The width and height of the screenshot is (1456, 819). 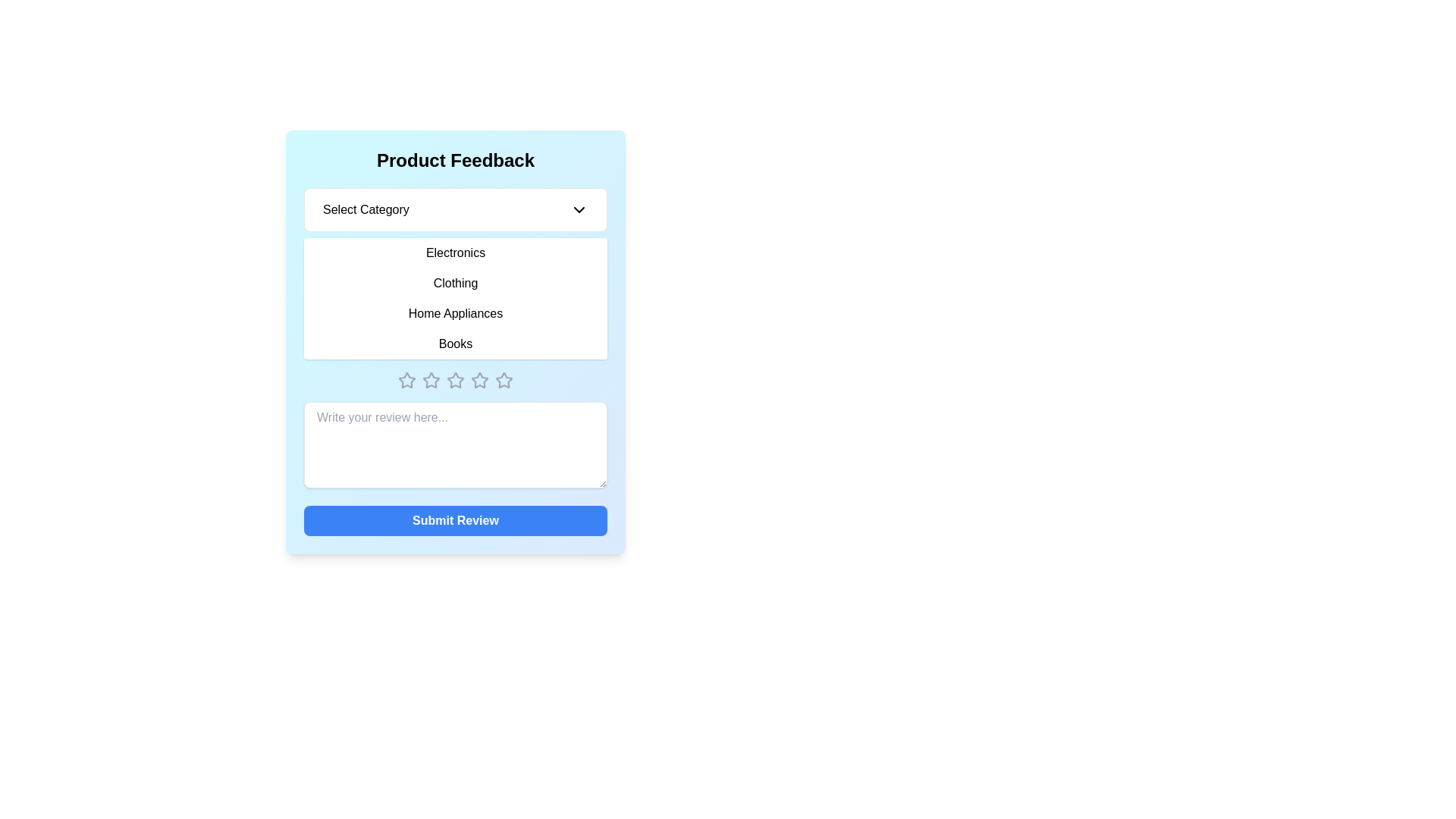 What do you see at coordinates (431, 379) in the screenshot?
I see `the second star-shaped vector icon in the star rating element, which is styled in gray and positioned among five identical stars` at bounding box center [431, 379].